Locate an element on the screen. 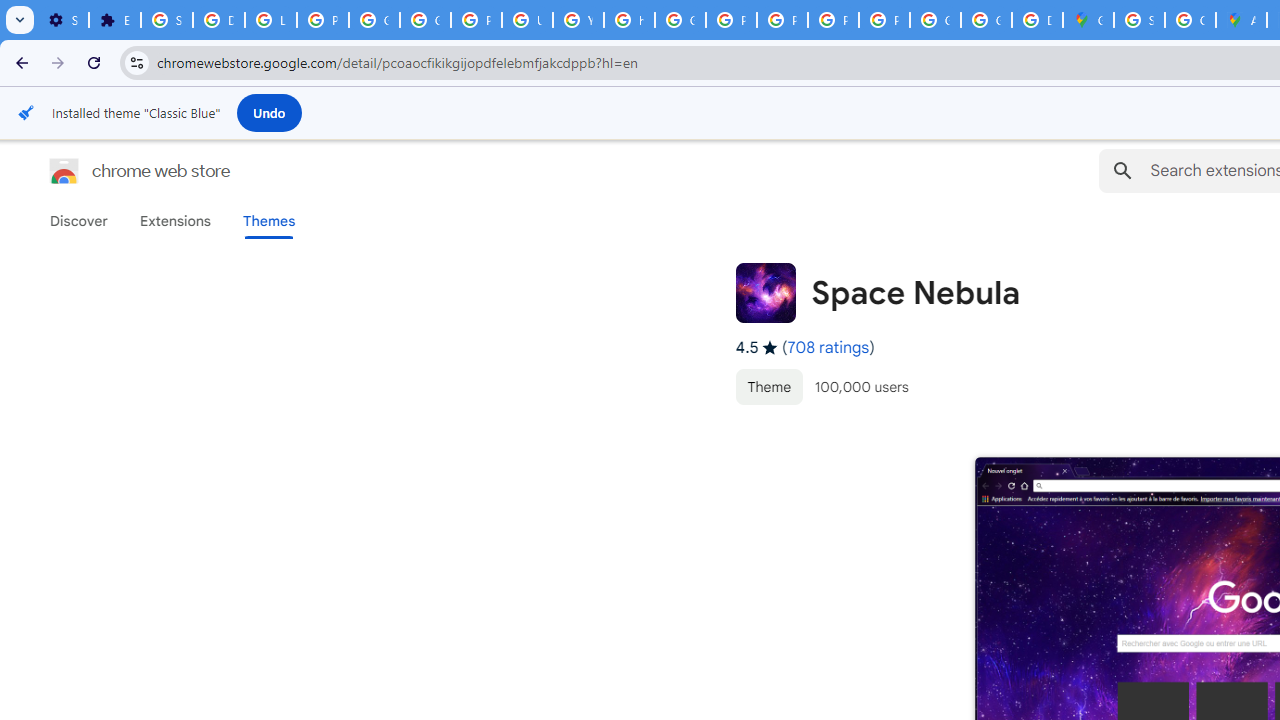 The height and width of the screenshot is (720, 1280). 'Undo' is located at coordinates (268, 113).